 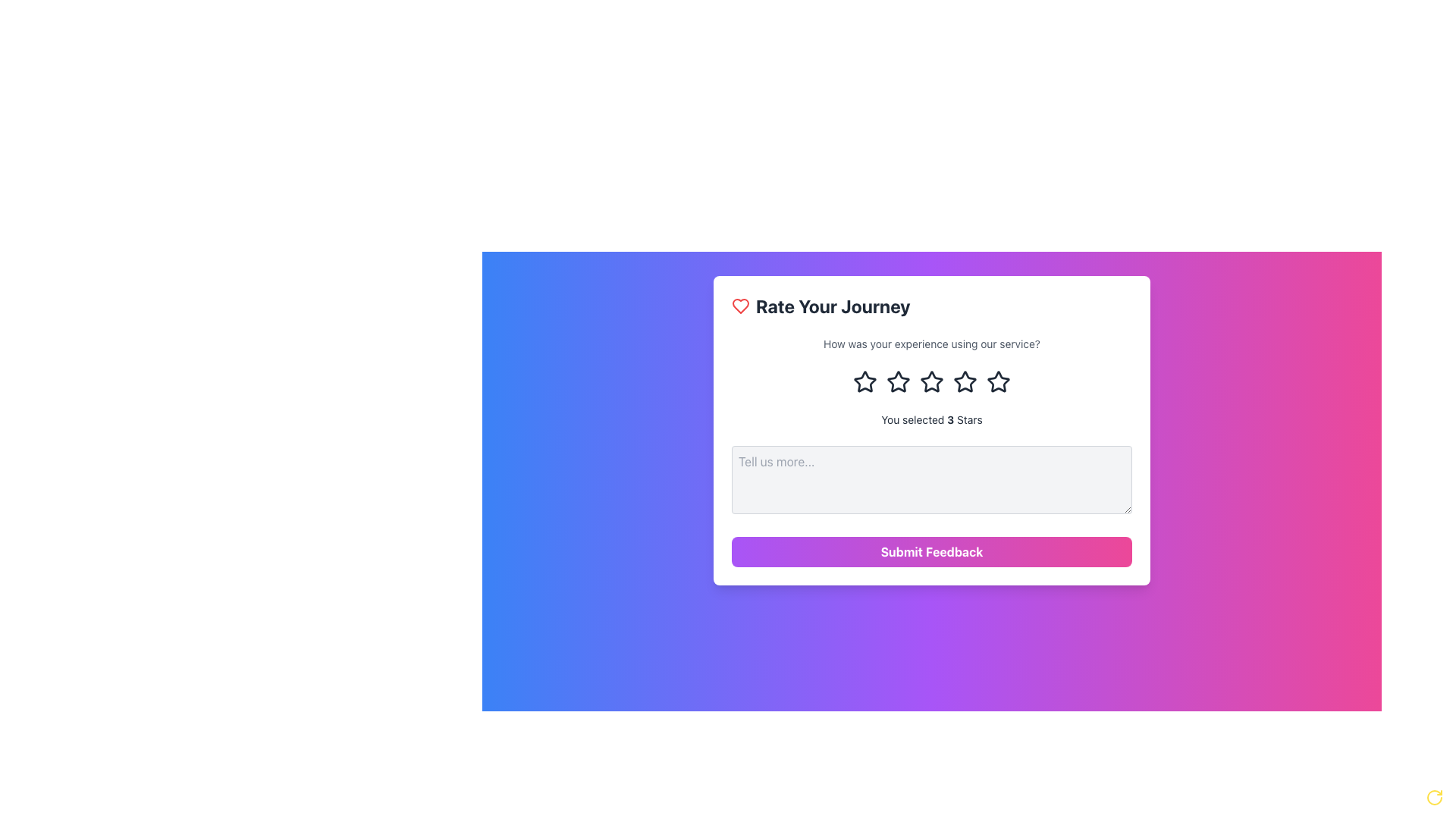 I want to click on the numeral '3' in the text 'You selected 3 Stars', which is prominently displayed in the middle of the feedback form modal, so click(x=949, y=419).